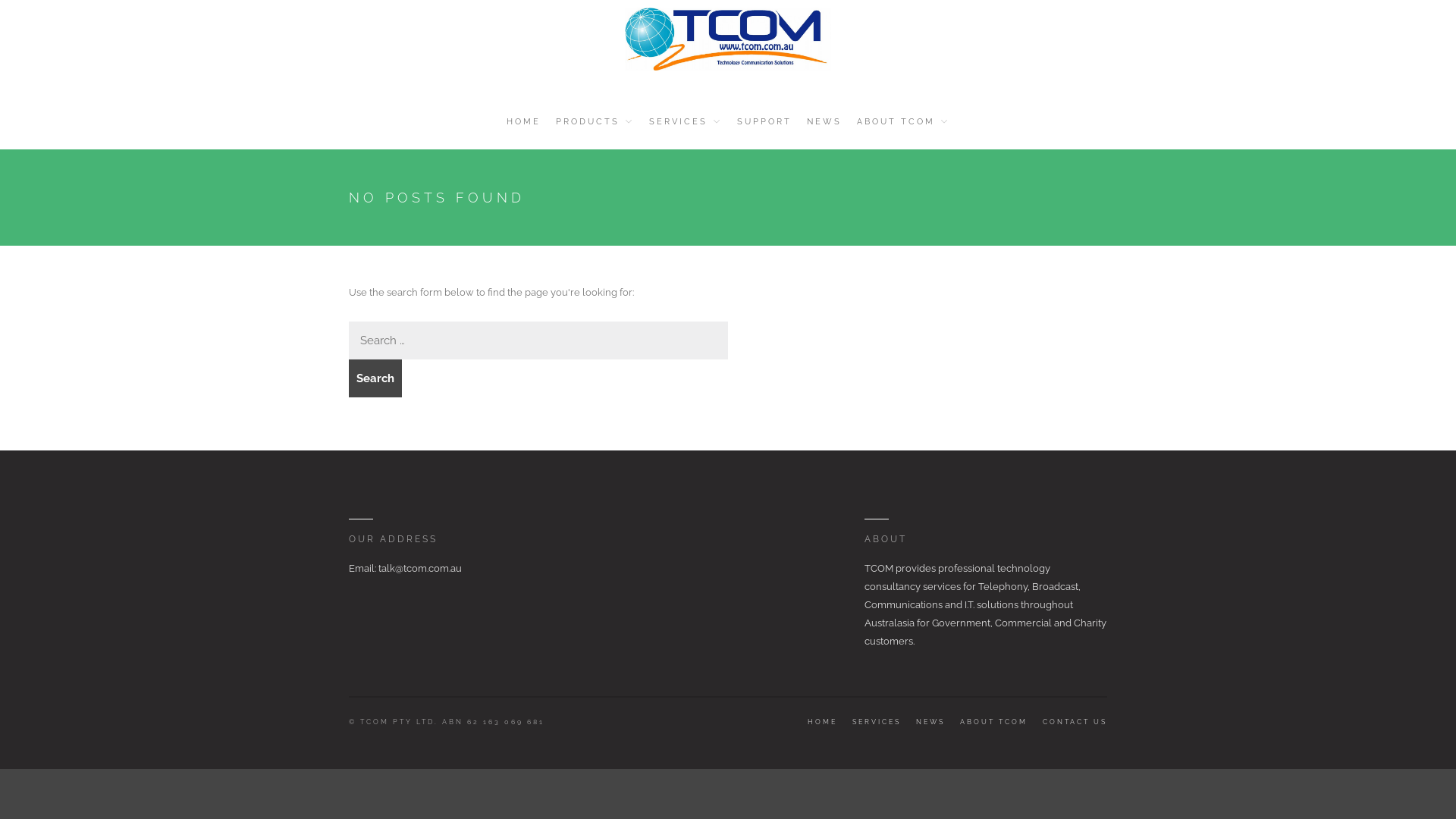 The image size is (1456, 819). I want to click on 'ABOUT TCOM', so click(993, 721).